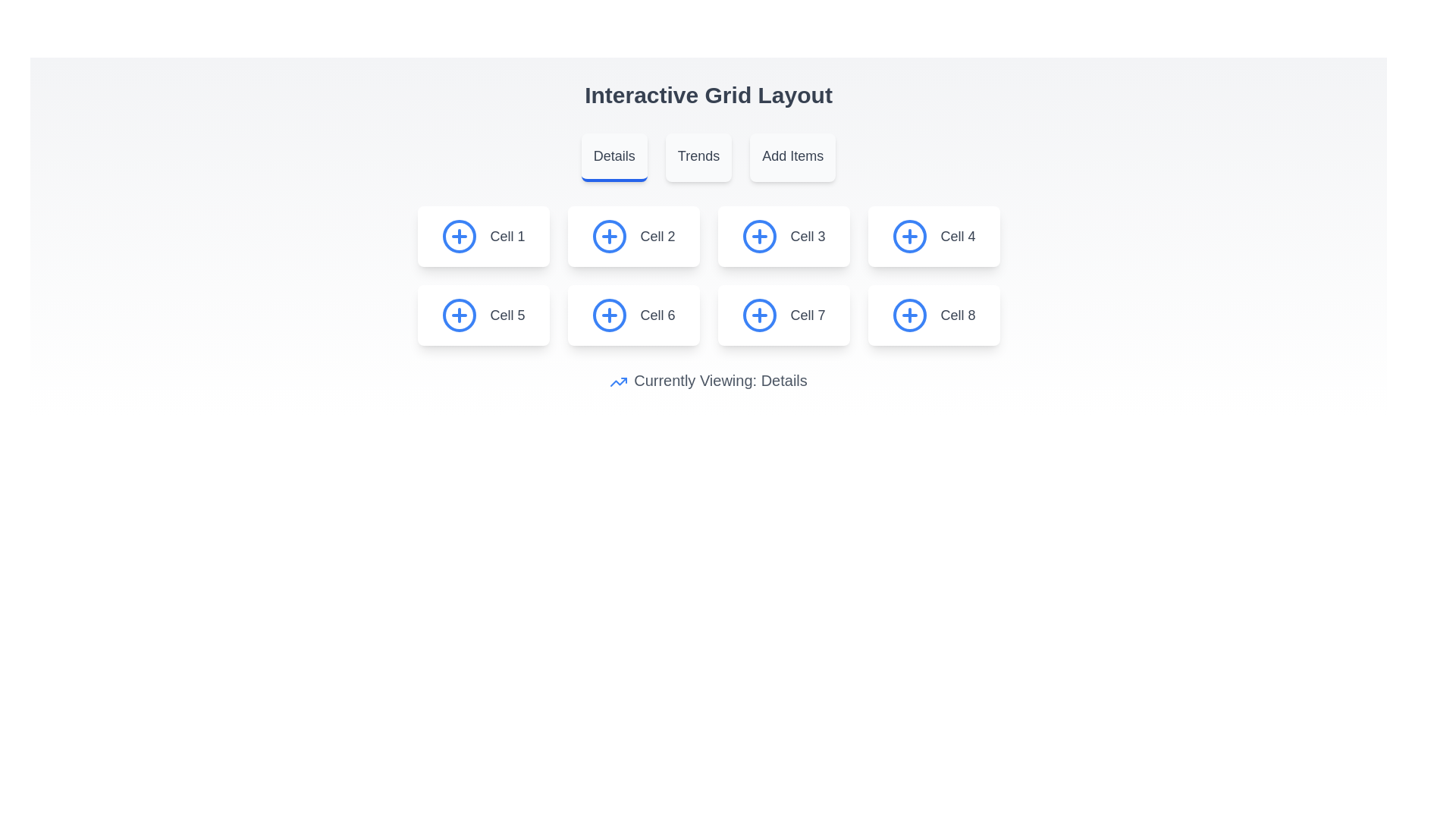 Image resolution: width=1456 pixels, height=819 pixels. What do you see at coordinates (459, 237) in the screenshot?
I see `the '+' button in 'Cell 1' located in the top-left corner of the grid layout to trigger a tooltip or visual feedback` at bounding box center [459, 237].